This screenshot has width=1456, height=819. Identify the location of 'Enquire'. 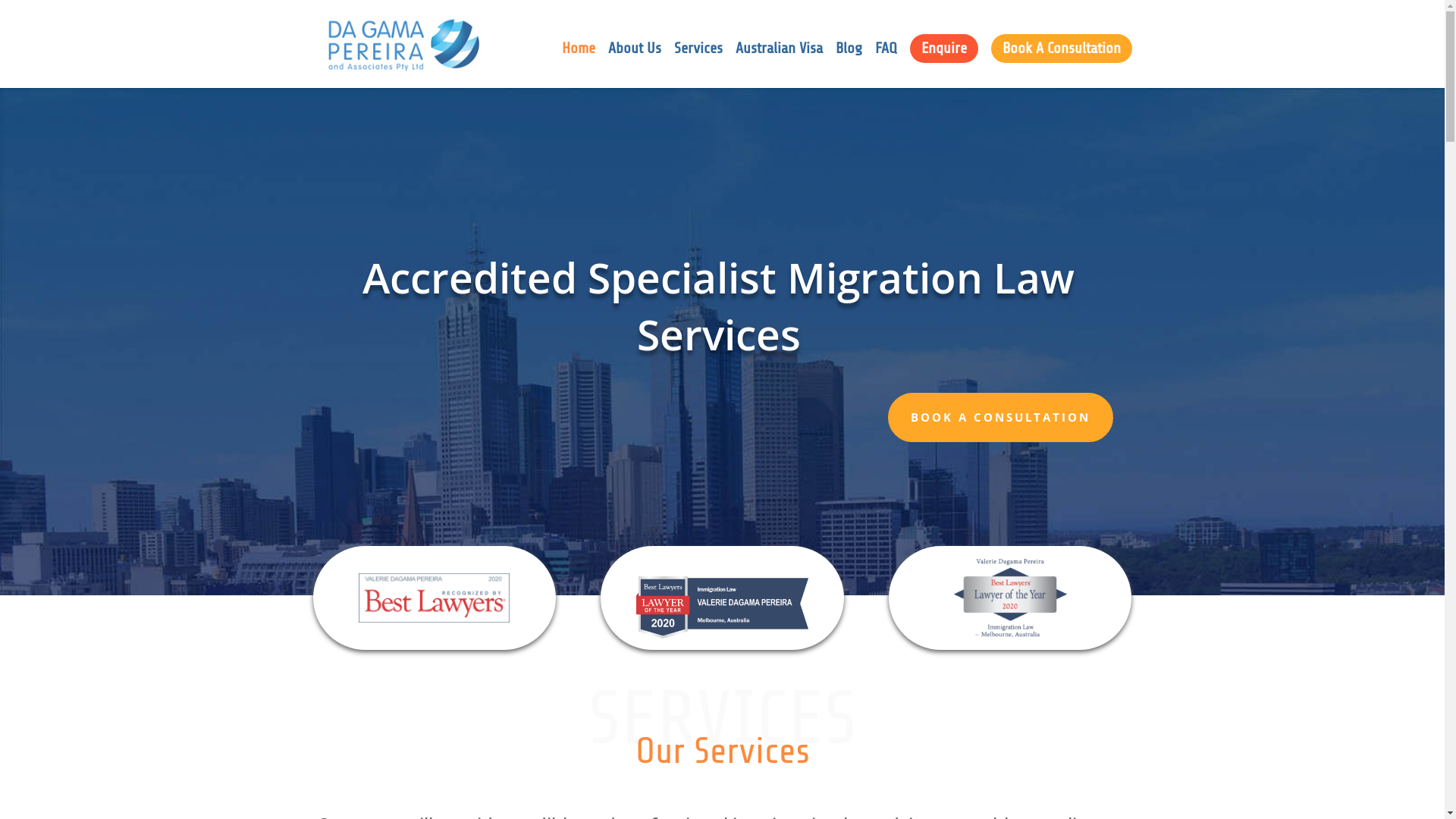
(910, 48).